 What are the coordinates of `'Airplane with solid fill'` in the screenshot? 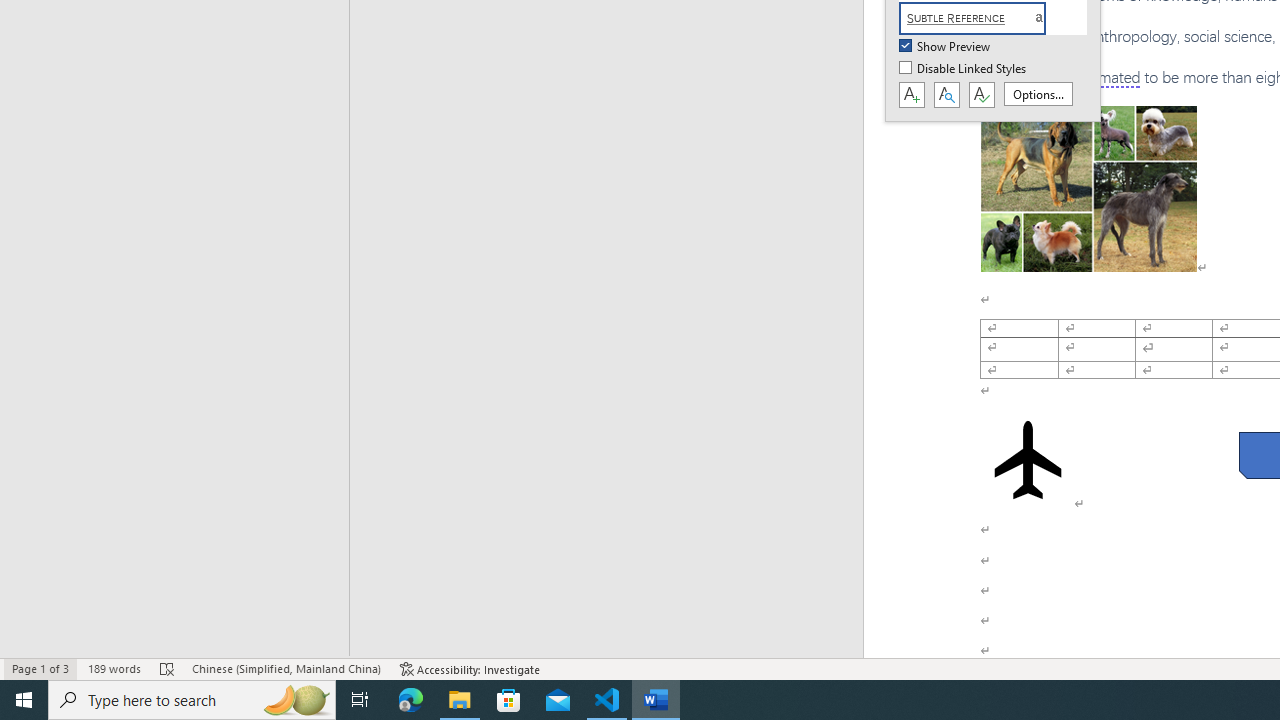 It's located at (1027, 460).